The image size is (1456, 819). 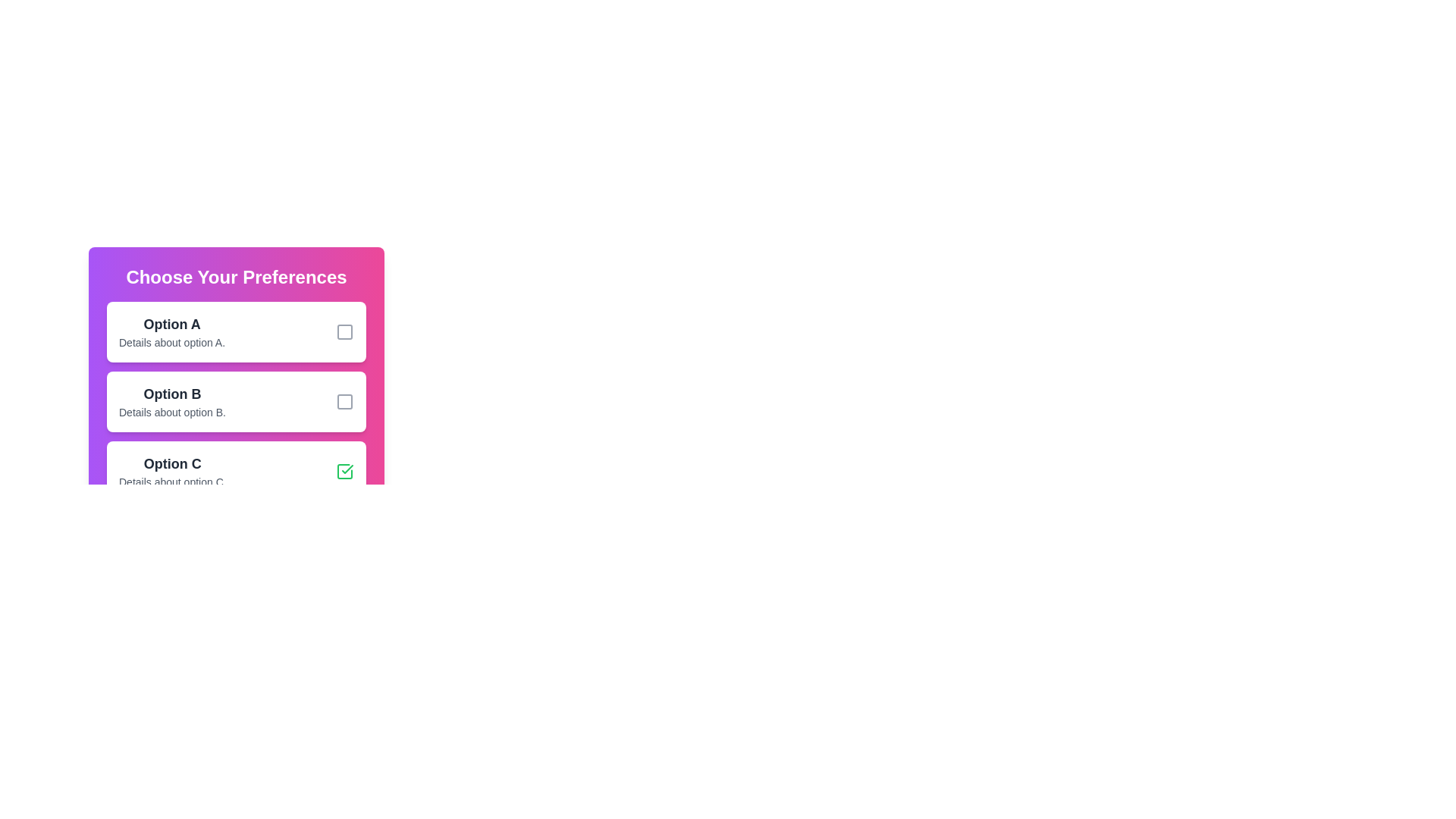 What do you see at coordinates (172, 412) in the screenshot?
I see `the descriptive text label for 'Option B', which is located beneath the title text of 'Option B' in the second item of the vertical list` at bounding box center [172, 412].